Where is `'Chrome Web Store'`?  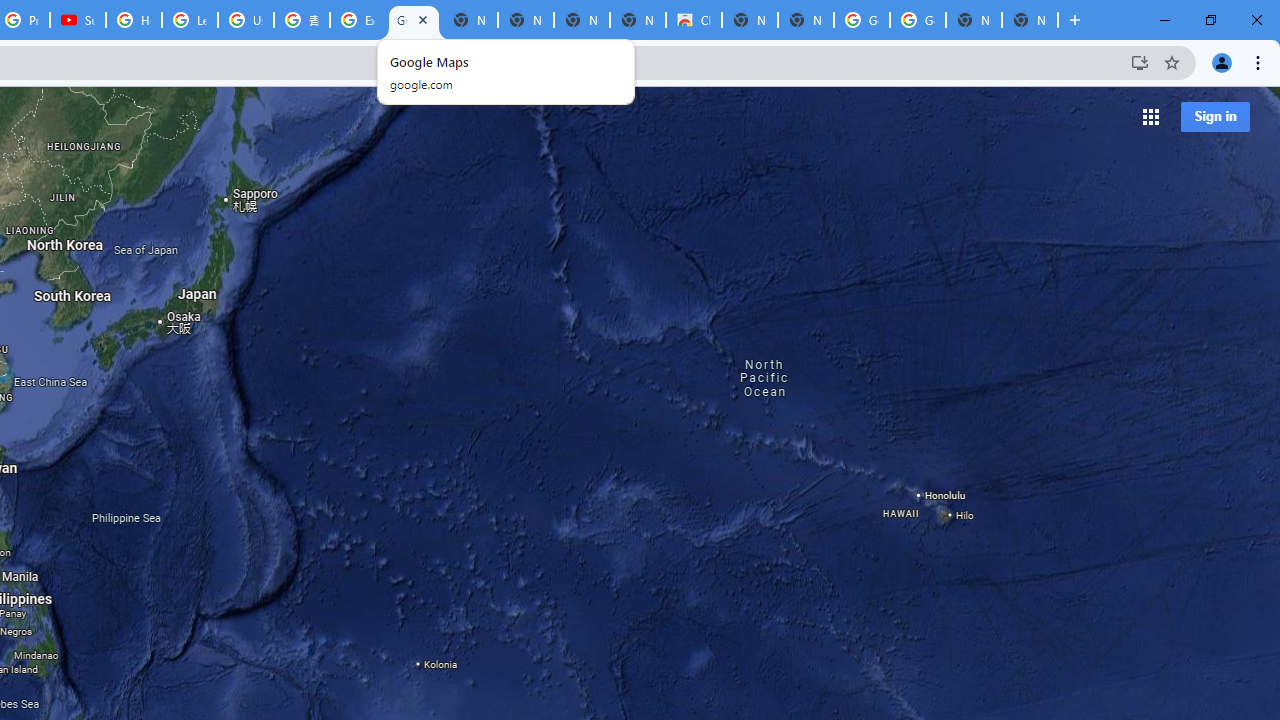
'Chrome Web Store' is located at coordinates (693, 20).